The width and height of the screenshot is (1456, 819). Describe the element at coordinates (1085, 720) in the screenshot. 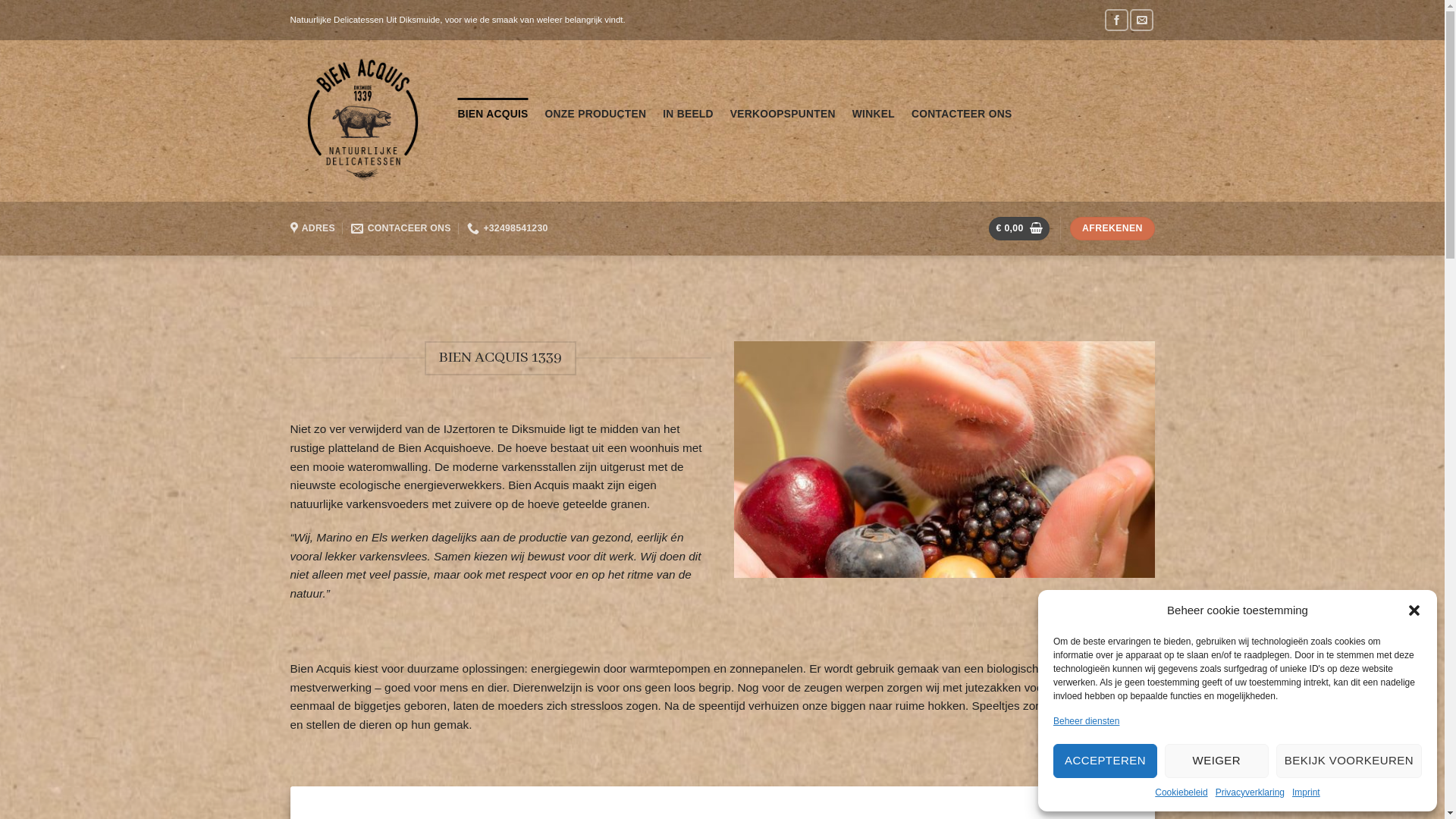

I see `'Beheer diensten'` at that location.